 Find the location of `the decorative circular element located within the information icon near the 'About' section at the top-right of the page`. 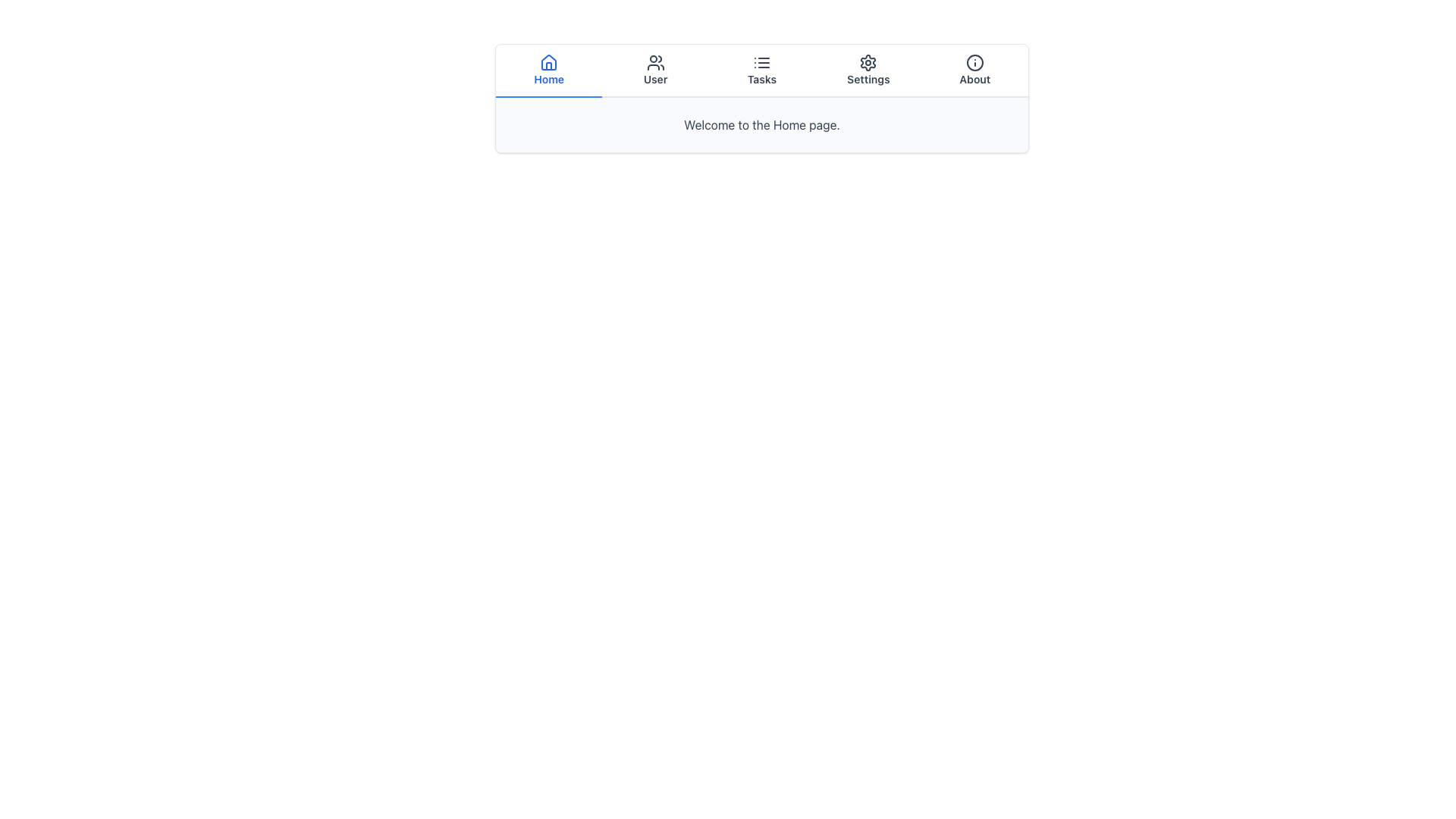

the decorative circular element located within the information icon near the 'About' section at the top-right of the page is located at coordinates (974, 62).